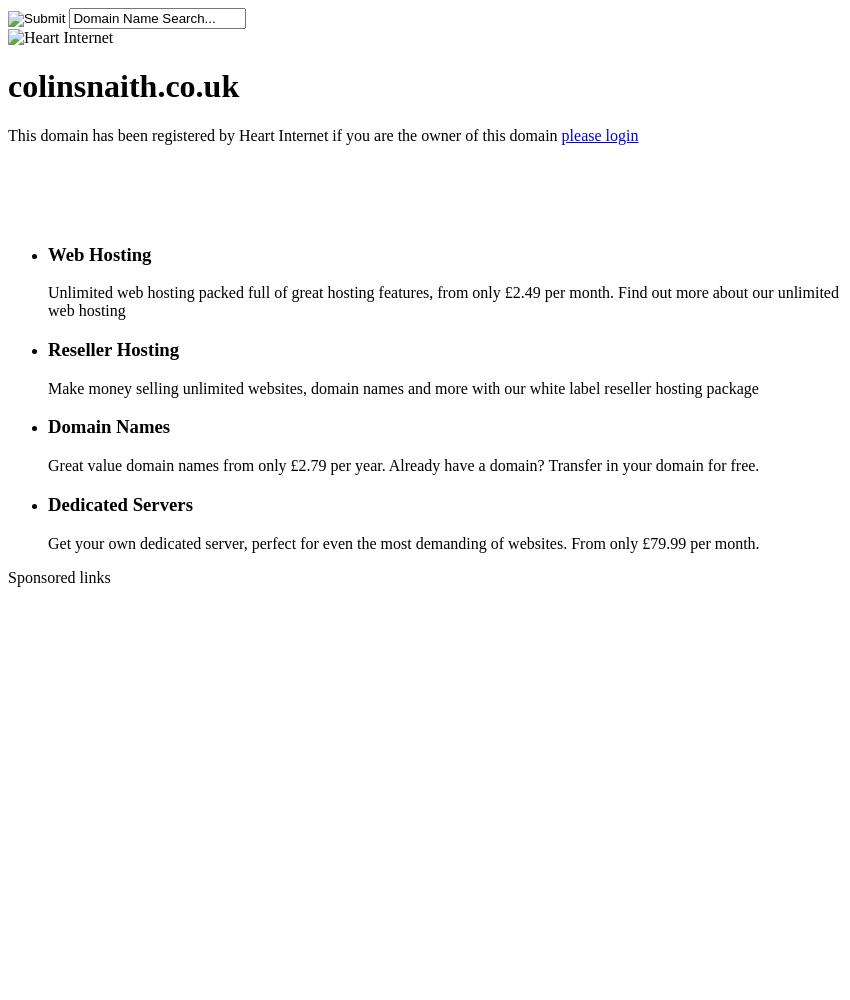 This screenshot has width=850, height=1000. What do you see at coordinates (403, 464) in the screenshot?
I see `'Great value domain names from only £2.79 per year. Already have a domain? Transfer in your domain for free.'` at bounding box center [403, 464].